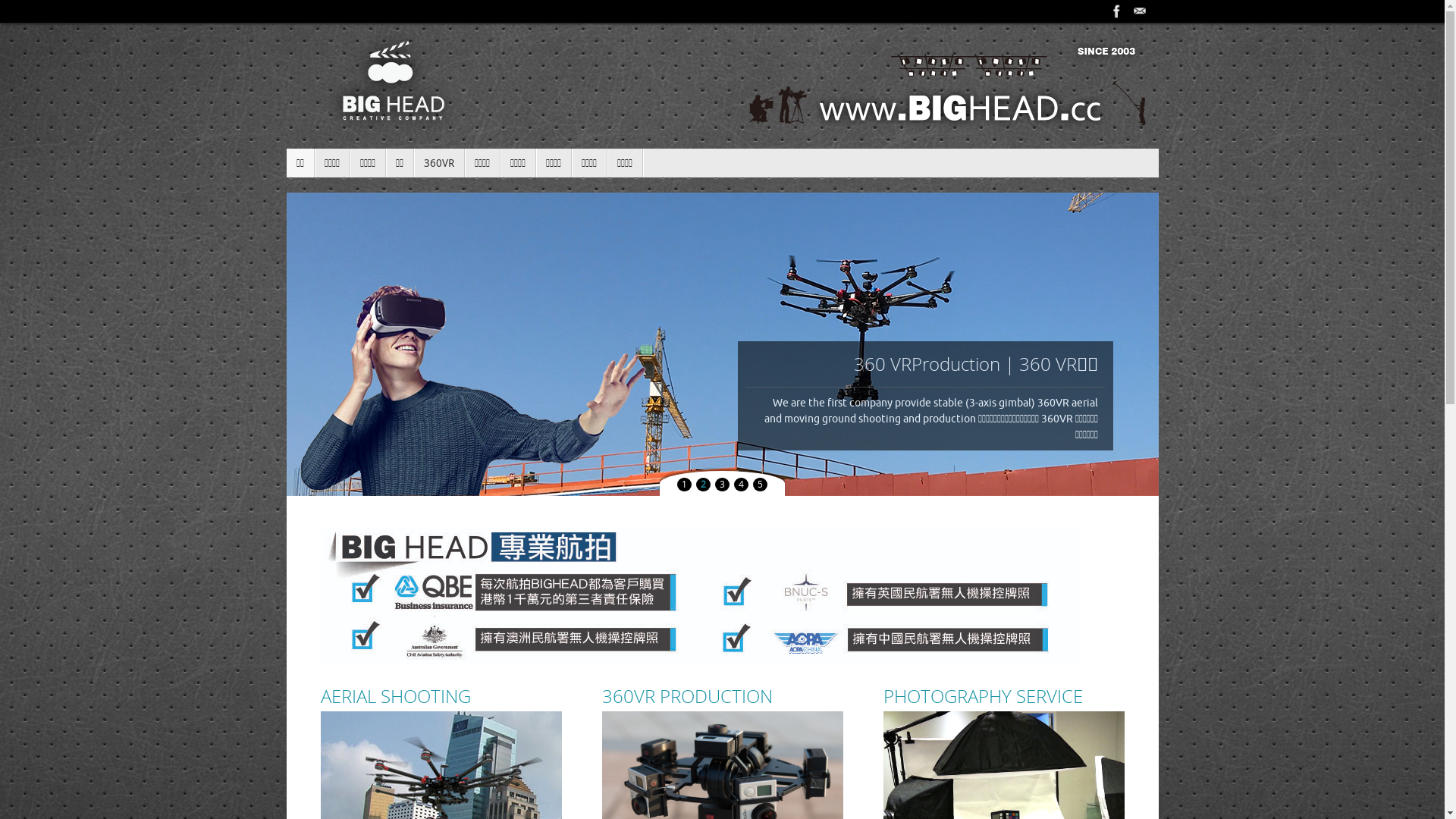 This screenshot has width=1456, height=819. Describe the element at coordinates (683, 485) in the screenshot. I see `'1'` at that location.